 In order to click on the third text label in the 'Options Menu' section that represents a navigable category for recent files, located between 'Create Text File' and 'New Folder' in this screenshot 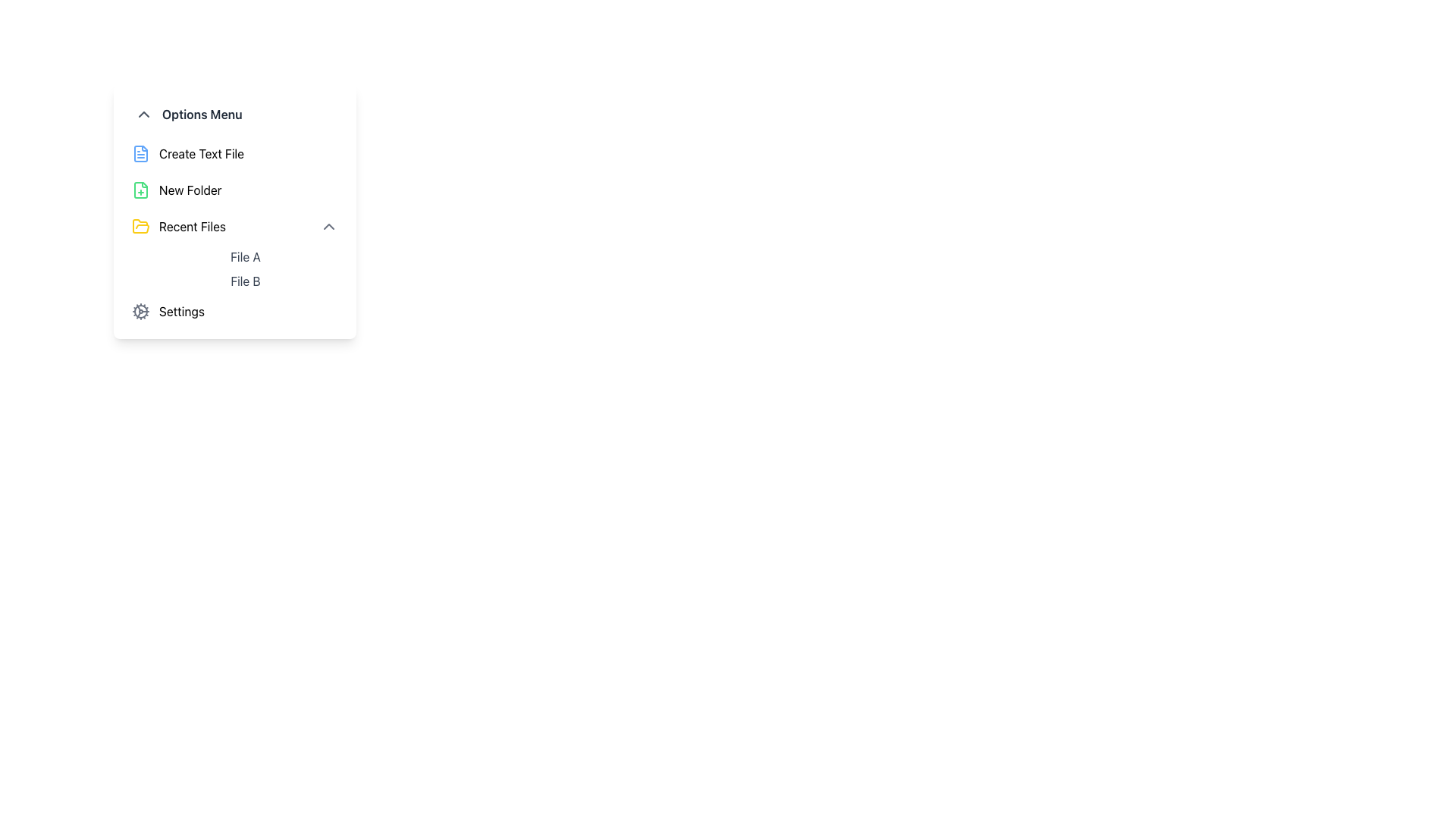, I will do `click(192, 227)`.